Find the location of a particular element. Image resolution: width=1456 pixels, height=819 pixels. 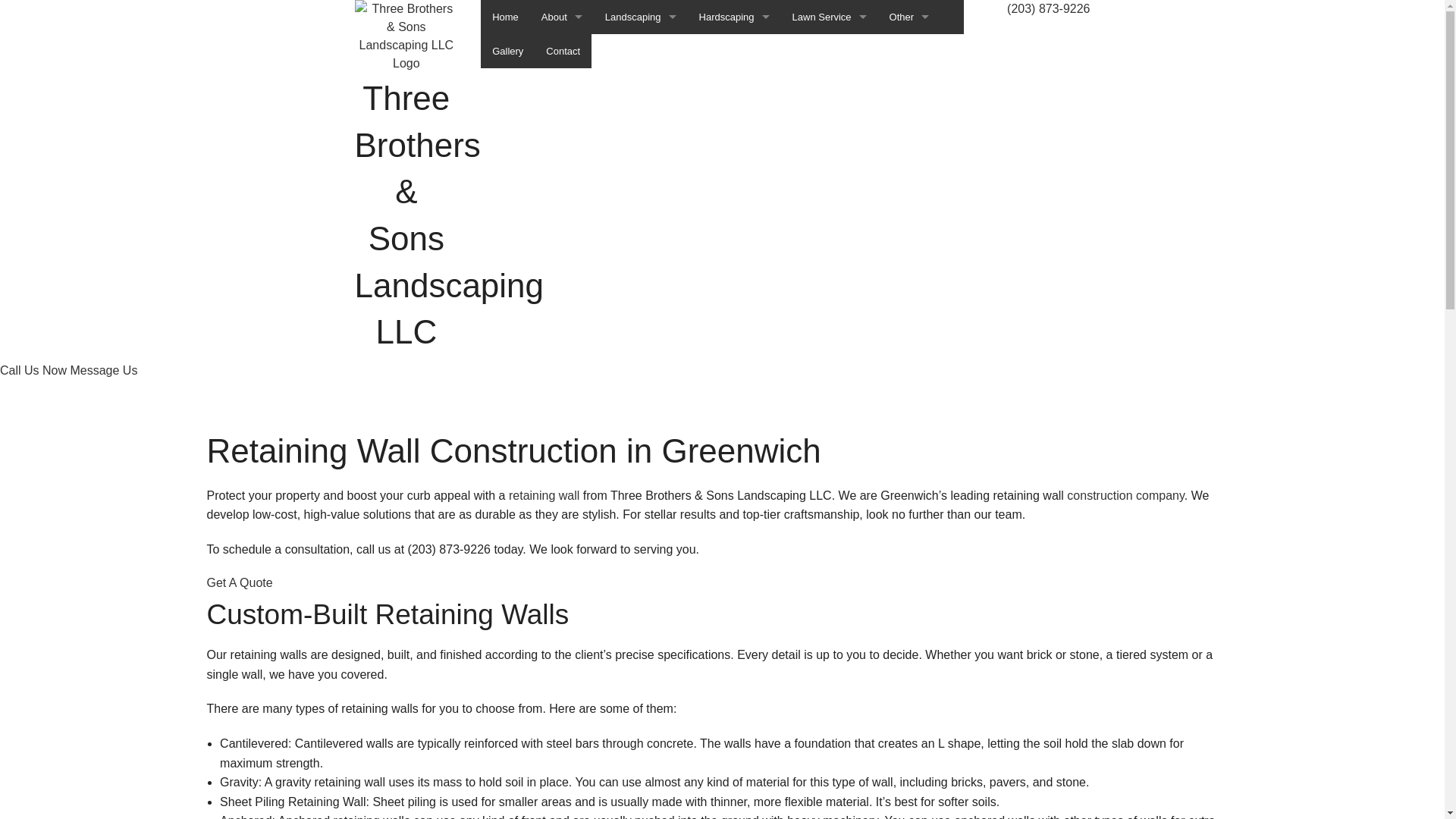

'Patio Construction' is located at coordinates (734, 118).